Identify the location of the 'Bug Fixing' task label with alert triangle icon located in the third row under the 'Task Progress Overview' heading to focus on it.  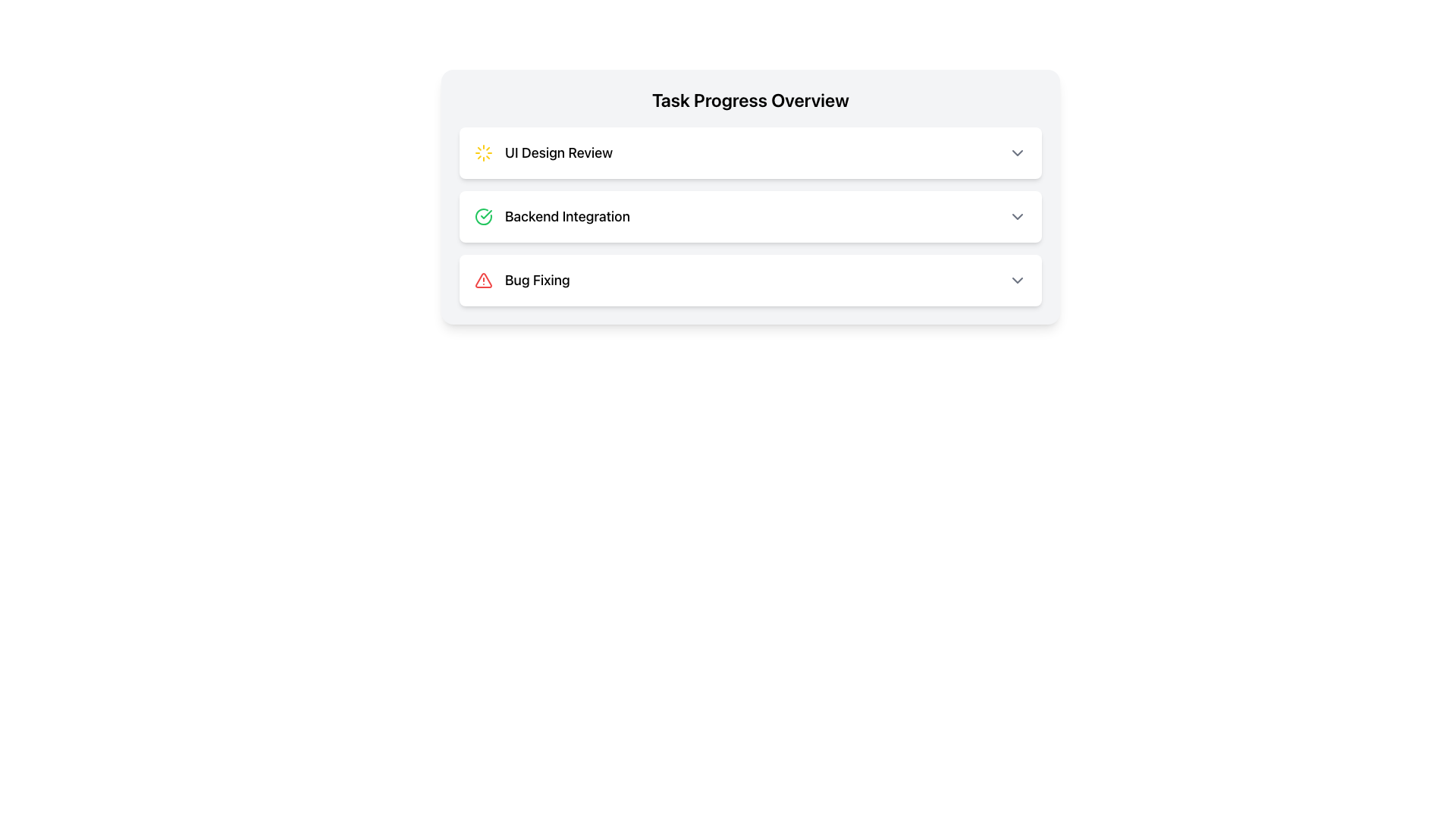
(522, 281).